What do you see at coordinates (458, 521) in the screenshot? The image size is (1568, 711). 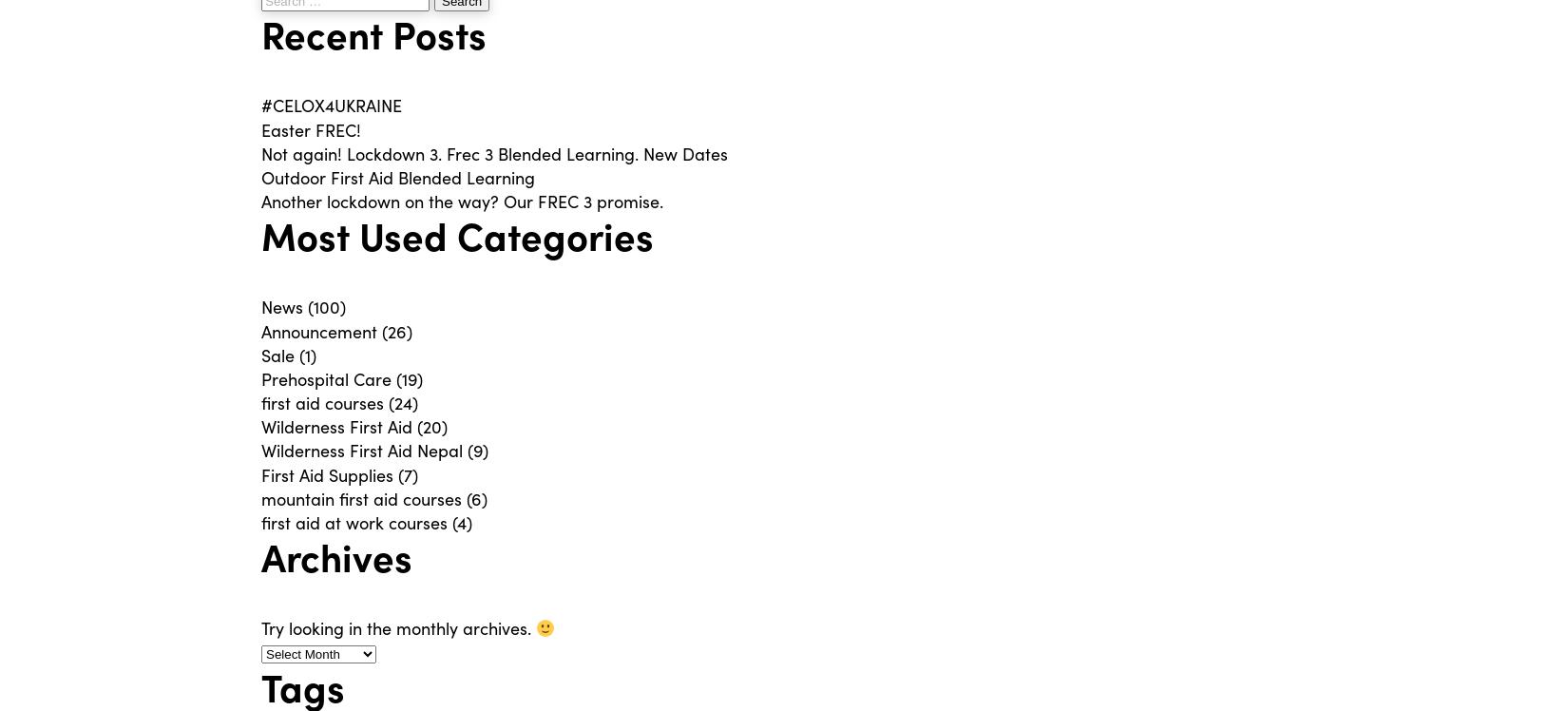 I see `'(4)'` at bounding box center [458, 521].